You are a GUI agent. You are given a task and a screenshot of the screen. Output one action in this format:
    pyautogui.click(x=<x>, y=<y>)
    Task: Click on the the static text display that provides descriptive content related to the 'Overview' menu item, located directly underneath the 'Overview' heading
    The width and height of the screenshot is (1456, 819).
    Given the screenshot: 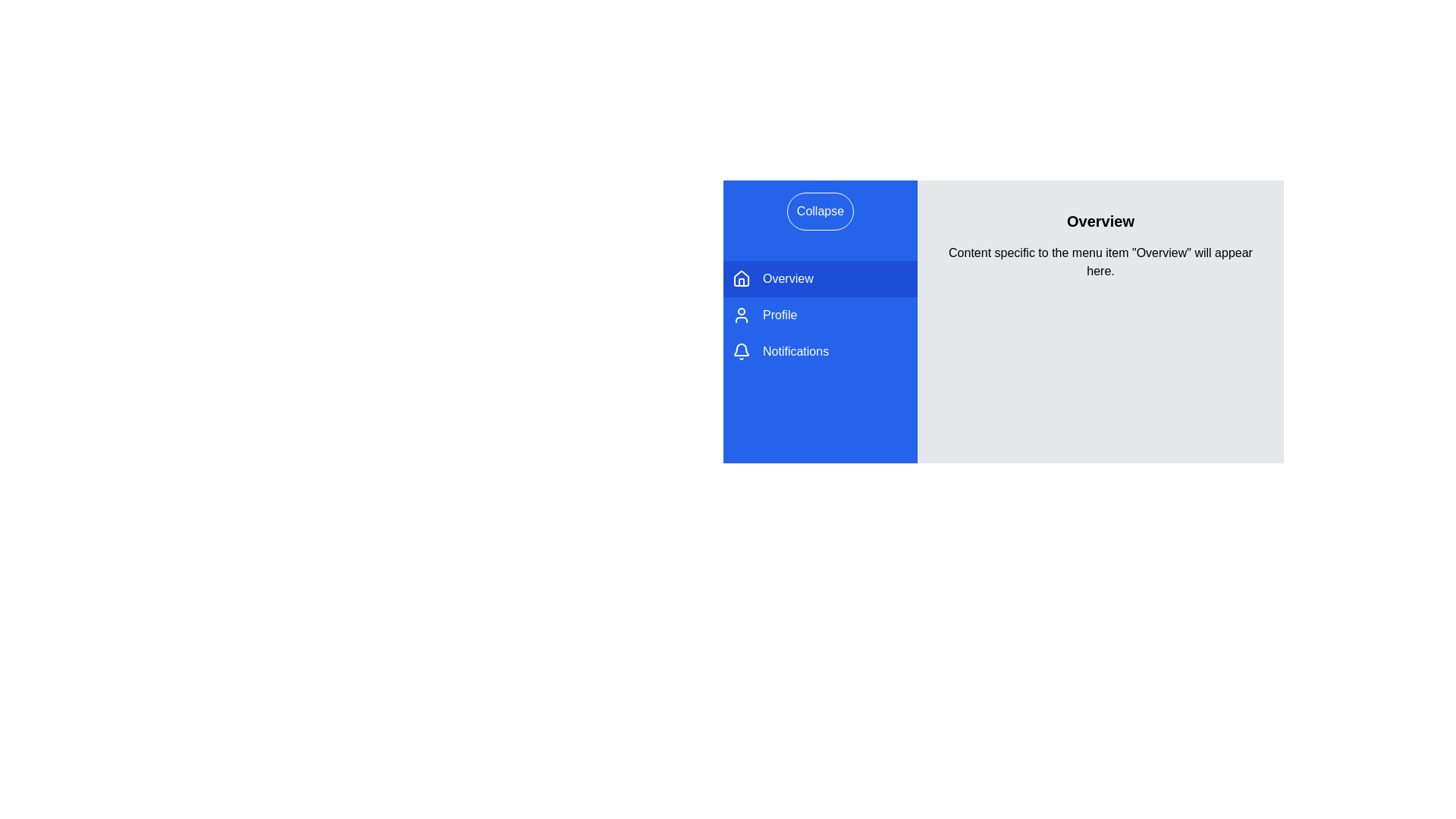 What is the action you would take?
    pyautogui.click(x=1100, y=262)
    